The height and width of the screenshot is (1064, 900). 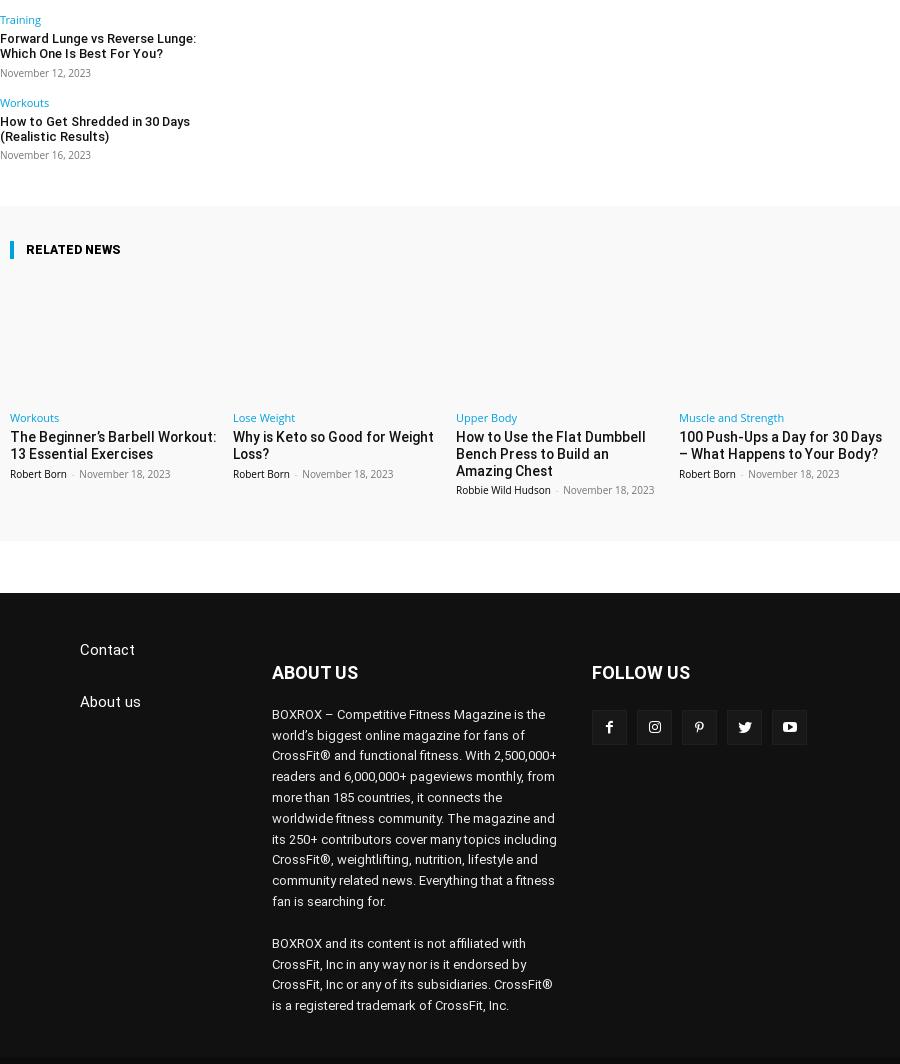 I want to click on 'Copyright © 2013-2022 by BOXROX', so click(x=177, y=1046).